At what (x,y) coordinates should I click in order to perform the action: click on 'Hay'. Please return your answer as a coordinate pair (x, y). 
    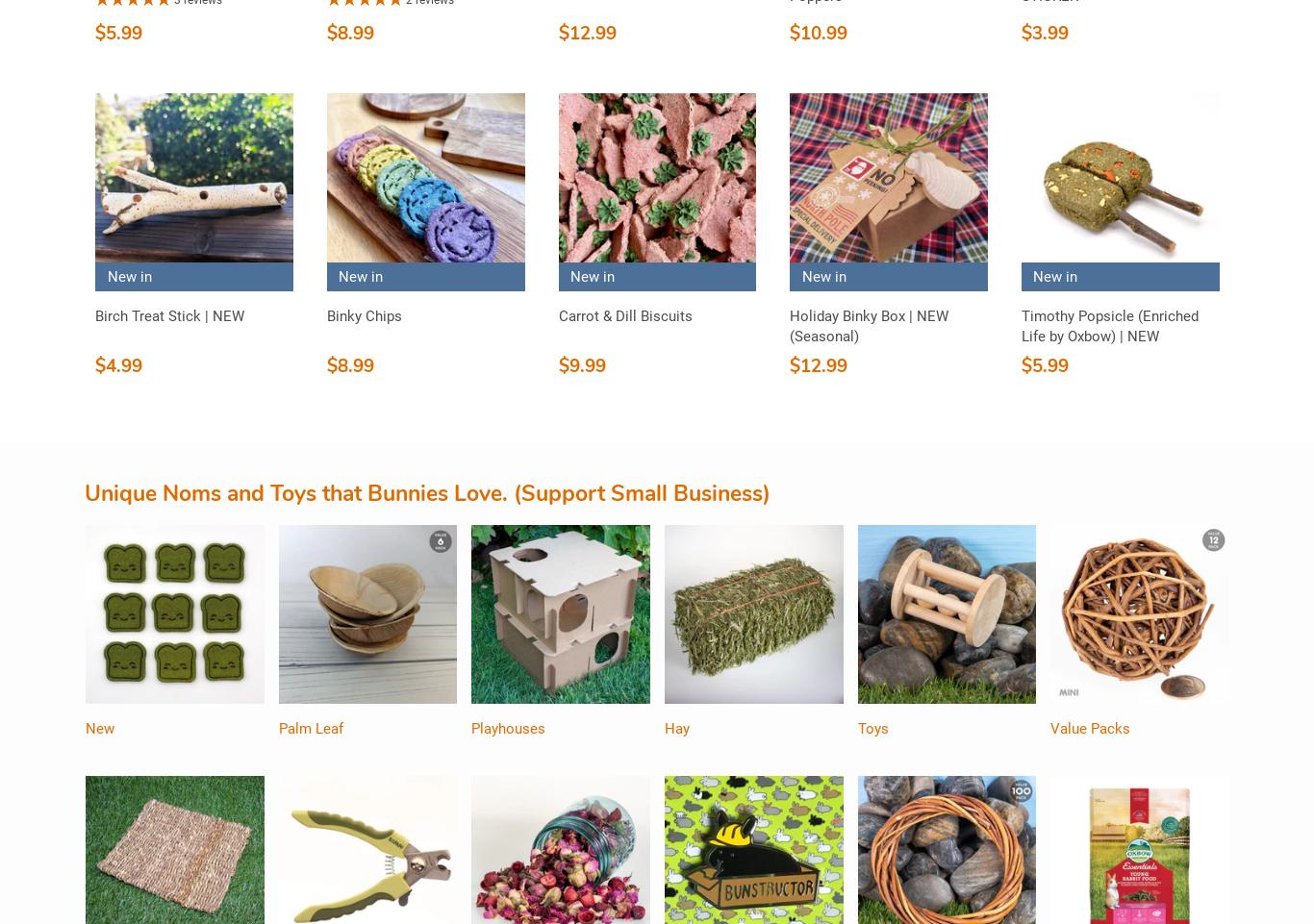
    Looking at the image, I should click on (675, 728).